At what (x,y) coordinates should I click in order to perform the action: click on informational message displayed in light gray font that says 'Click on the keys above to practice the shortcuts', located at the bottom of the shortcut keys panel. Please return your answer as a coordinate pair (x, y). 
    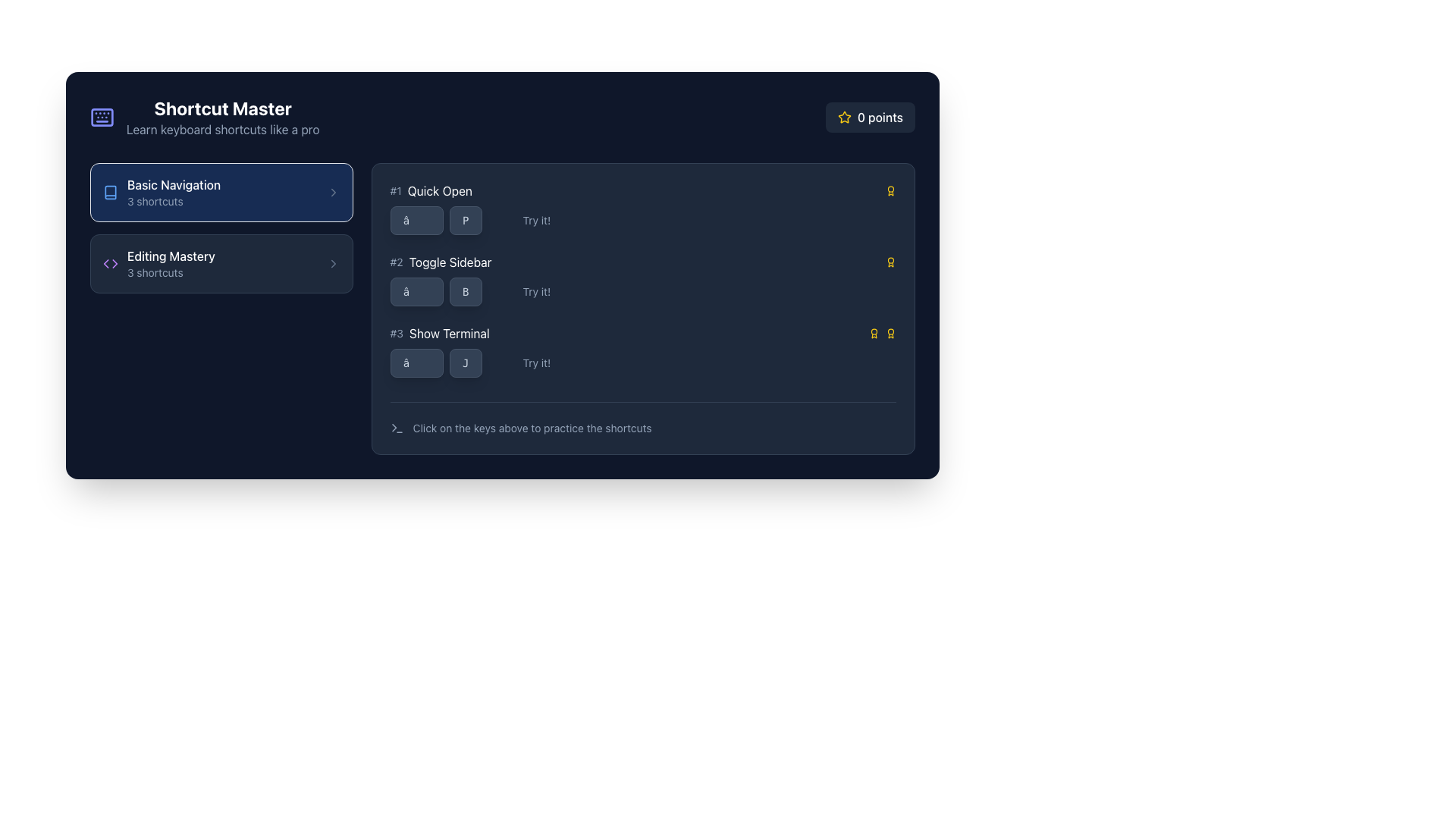
    Looking at the image, I should click on (643, 419).